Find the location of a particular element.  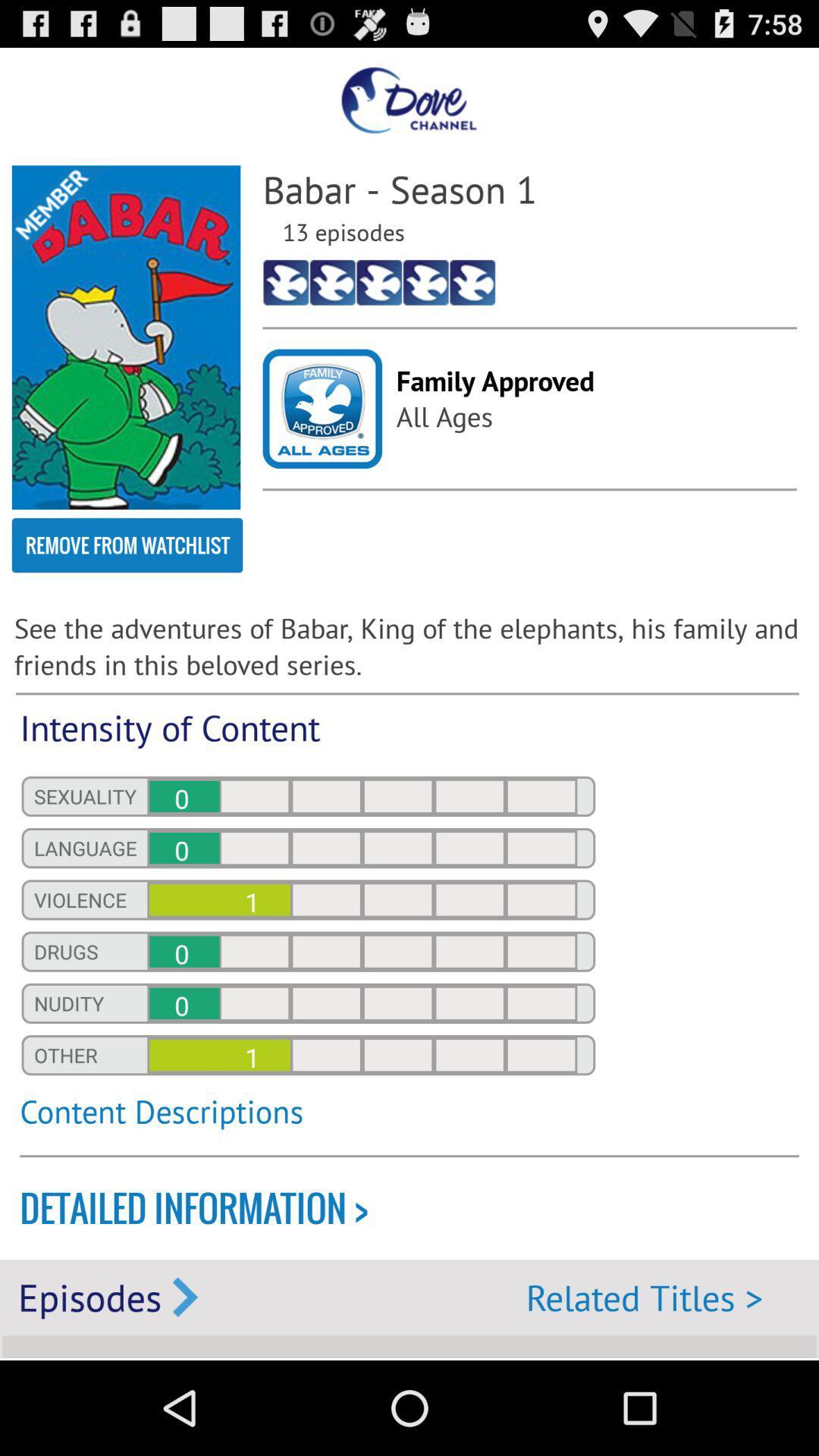

item above the see the adventures is located at coordinates (127, 545).